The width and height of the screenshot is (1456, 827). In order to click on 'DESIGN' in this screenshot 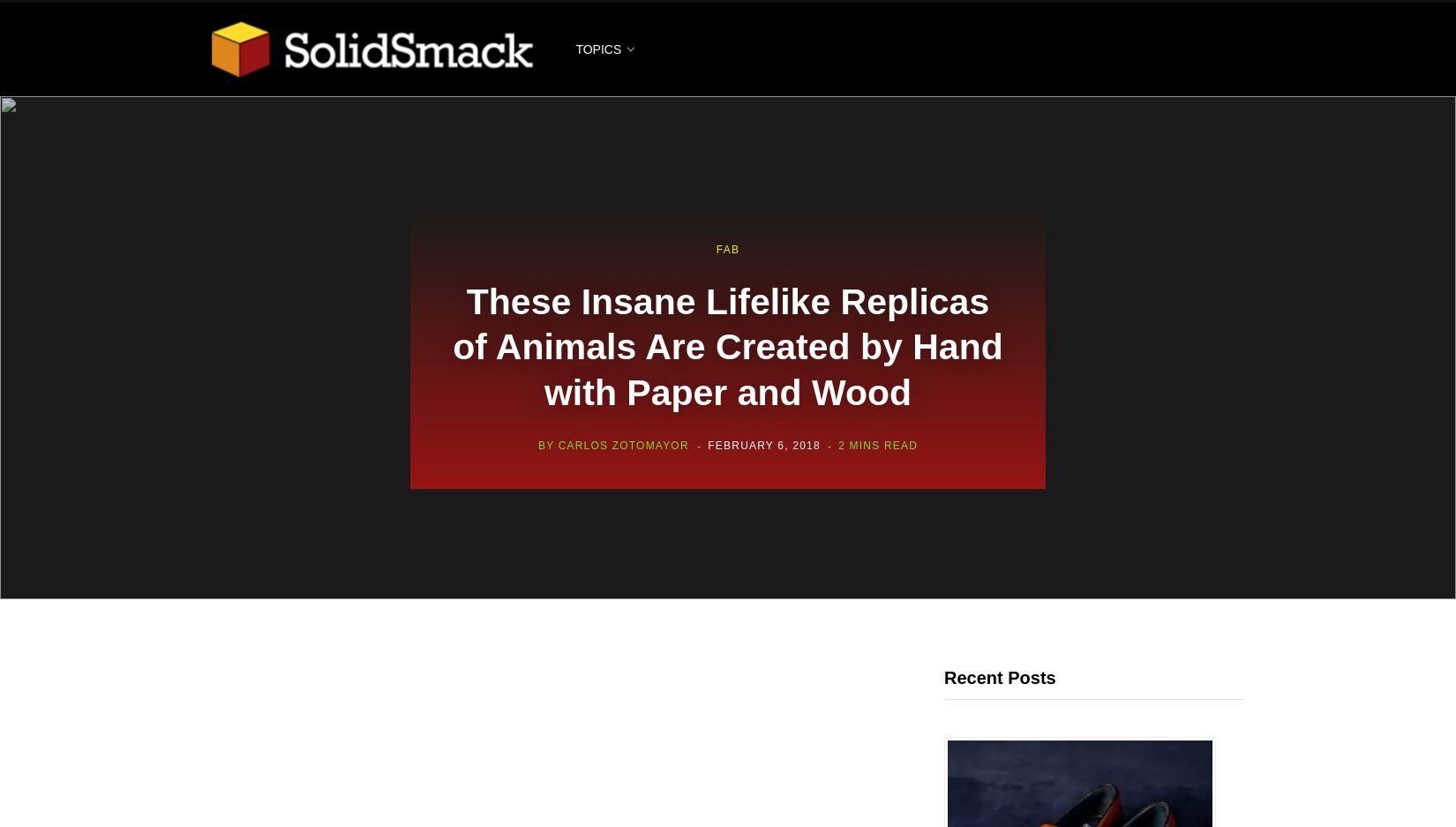, I will do `click(598, 140)`.